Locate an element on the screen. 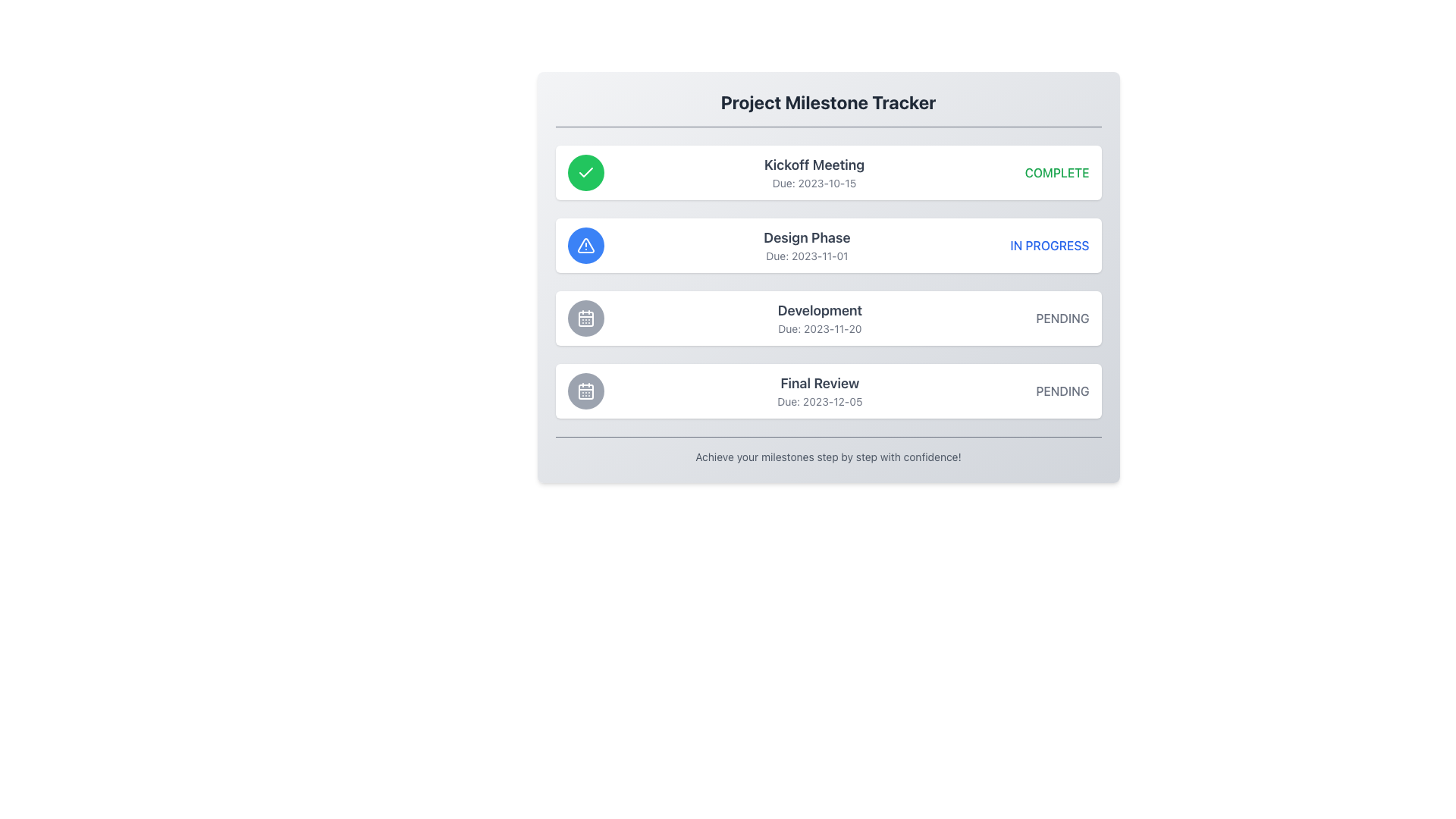 Image resolution: width=1456 pixels, height=819 pixels. the checkmark icon located inside the green circular icon to the left of the 'Kickoff Meeting' milestone row is located at coordinates (585, 171).